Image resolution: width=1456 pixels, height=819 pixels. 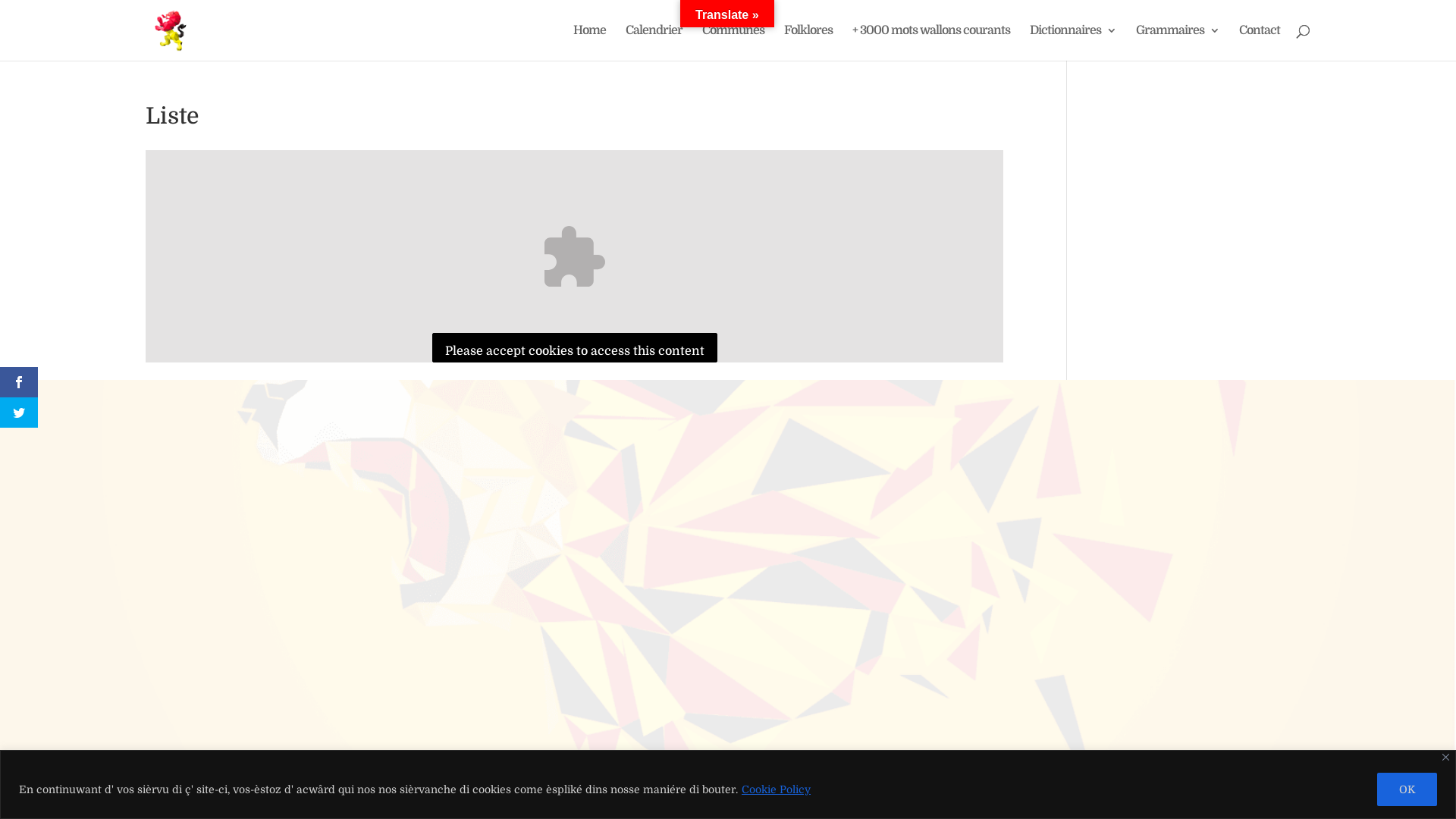 I want to click on '+ 3000 mots wallons courants', so click(x=930, y=42).